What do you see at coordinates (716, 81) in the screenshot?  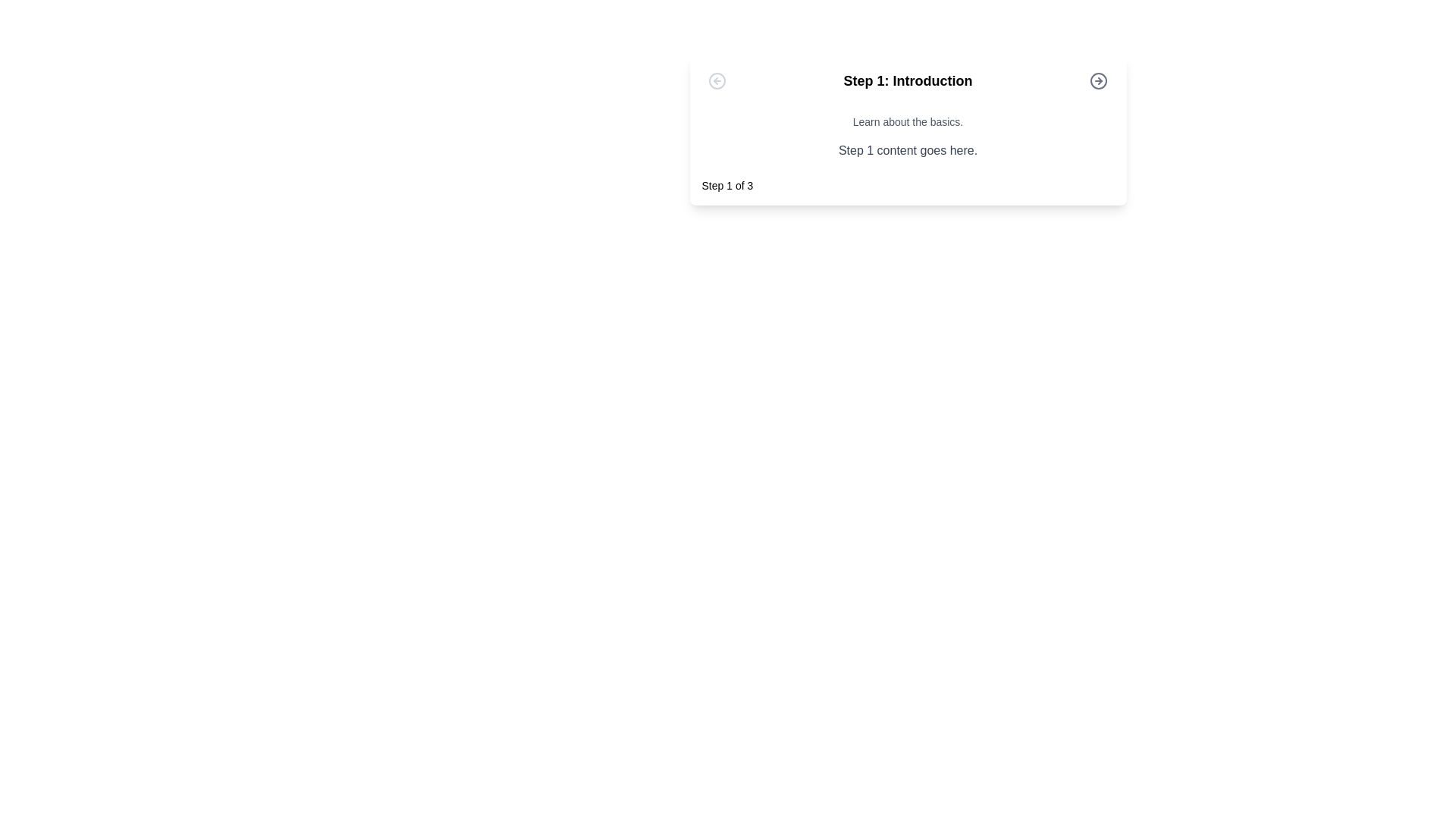 I see `the circular arrow icon pointing left, located at the top-left of the 'Step 1: Introduction' card layout` at bounding box center [716, 81].